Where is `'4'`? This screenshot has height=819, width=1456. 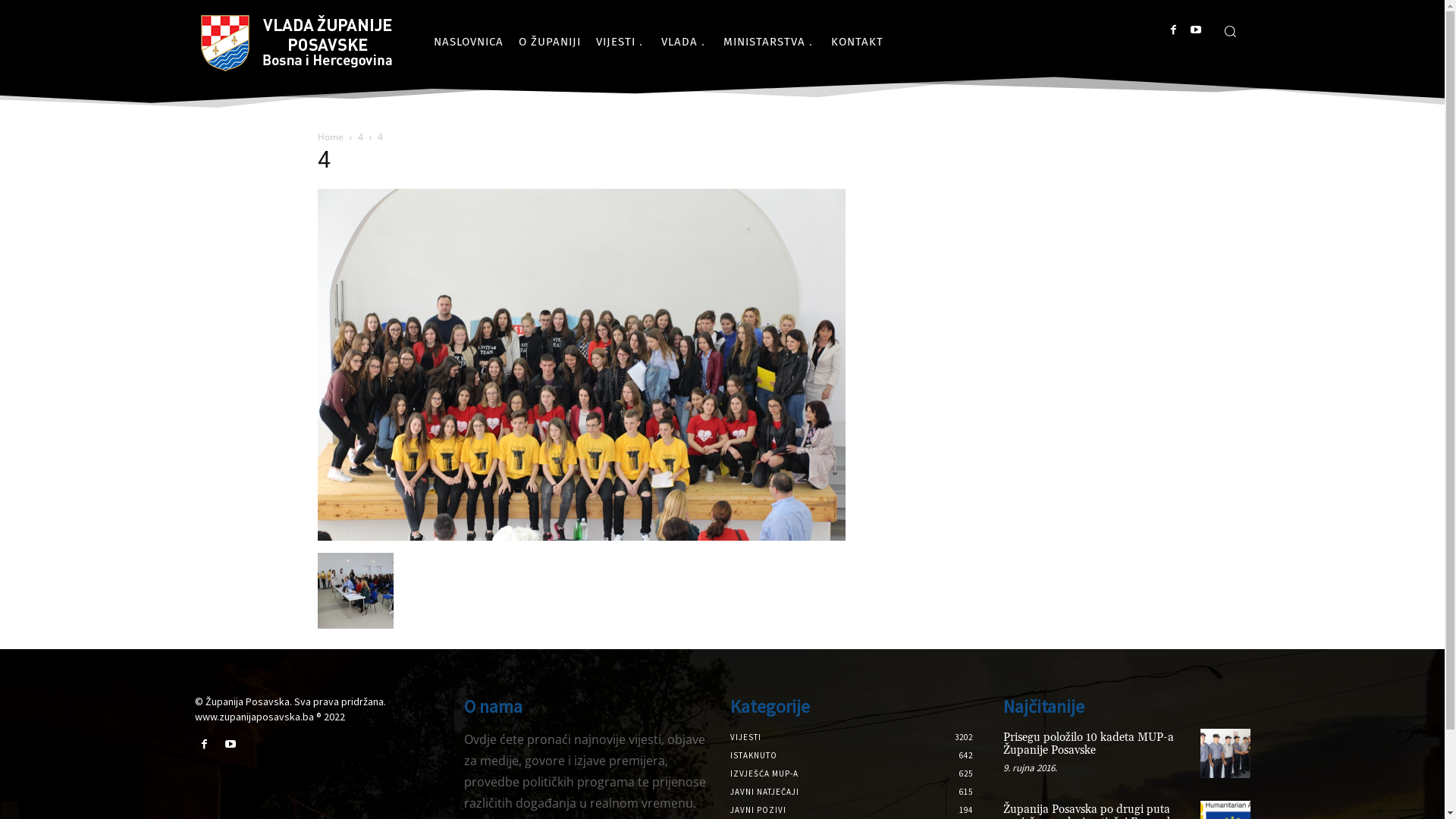 '4' is located at coordinates (359, 136).